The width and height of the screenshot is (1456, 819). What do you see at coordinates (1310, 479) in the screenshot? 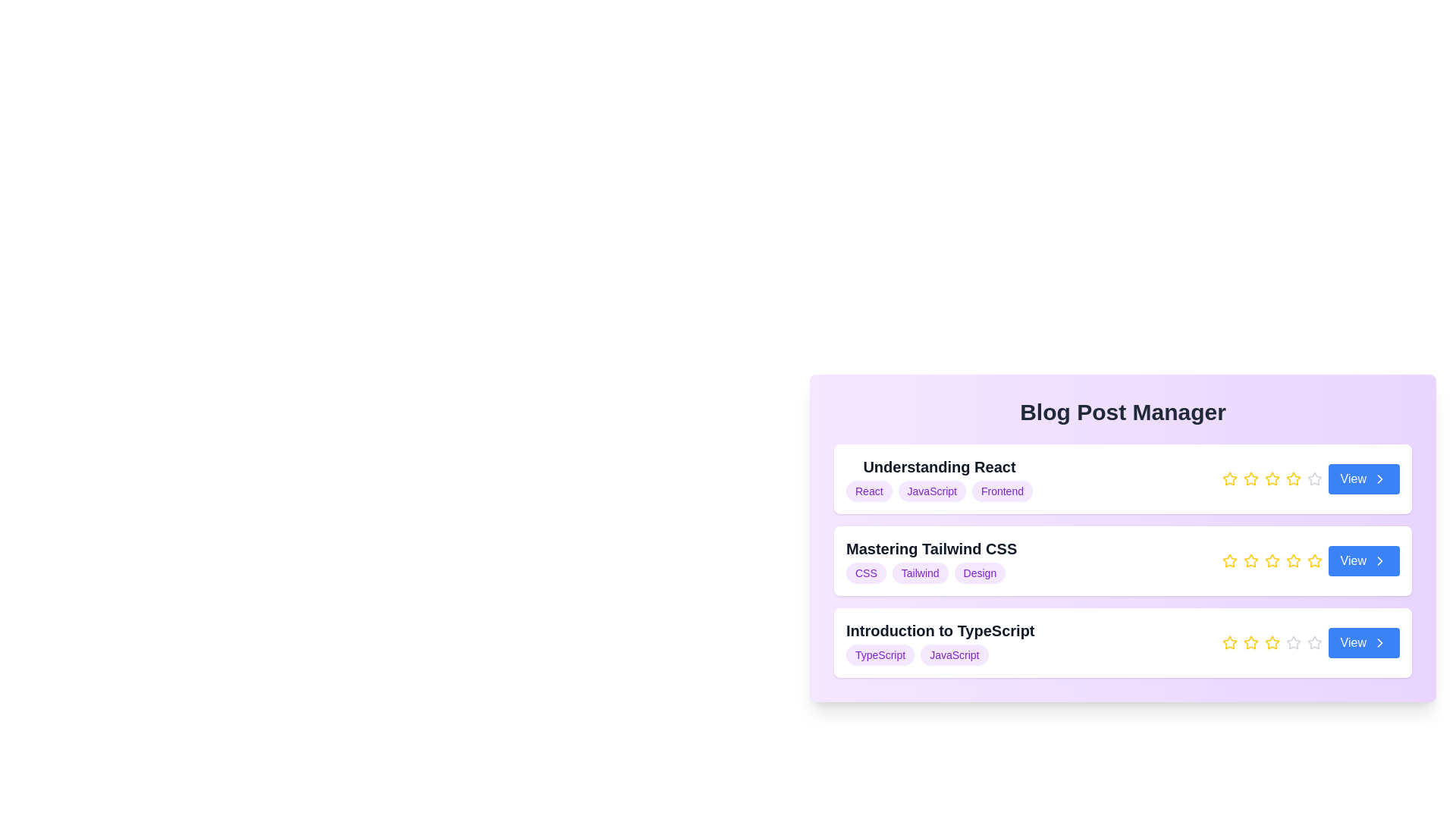
I see `the grey star in the 4-star rating indicator located in the topmost list item labeled 'Understanding React' in the 'Blog Post Manager' interface for visual emphasis` at bounding box center [1310, 479].